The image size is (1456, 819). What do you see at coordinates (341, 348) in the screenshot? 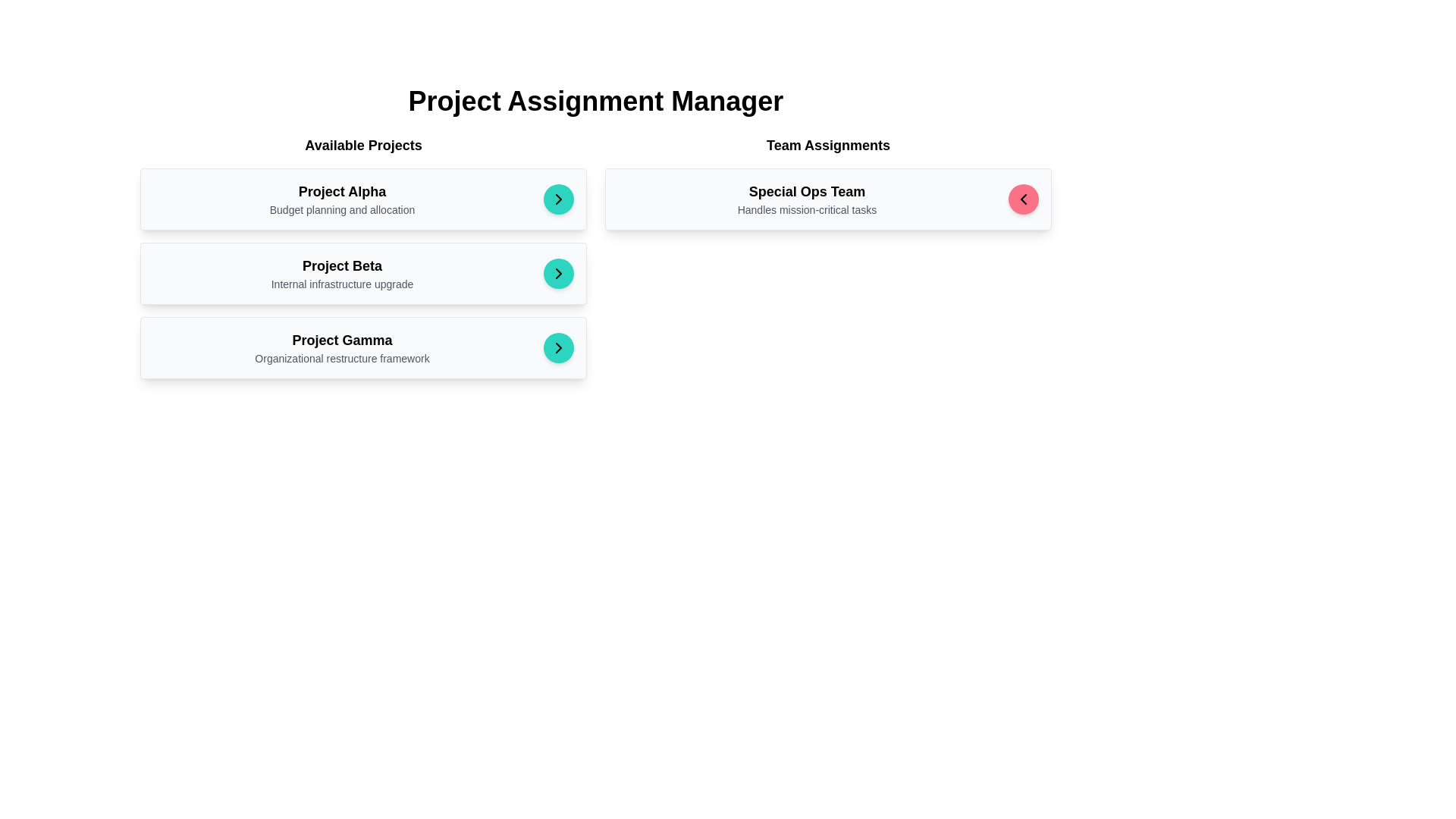
I see `the static text element displaying the title and description of 'Project Gamma', located as the third card in the left-hand column of the 'Available Projects' section` at bounding box center [341, 348].